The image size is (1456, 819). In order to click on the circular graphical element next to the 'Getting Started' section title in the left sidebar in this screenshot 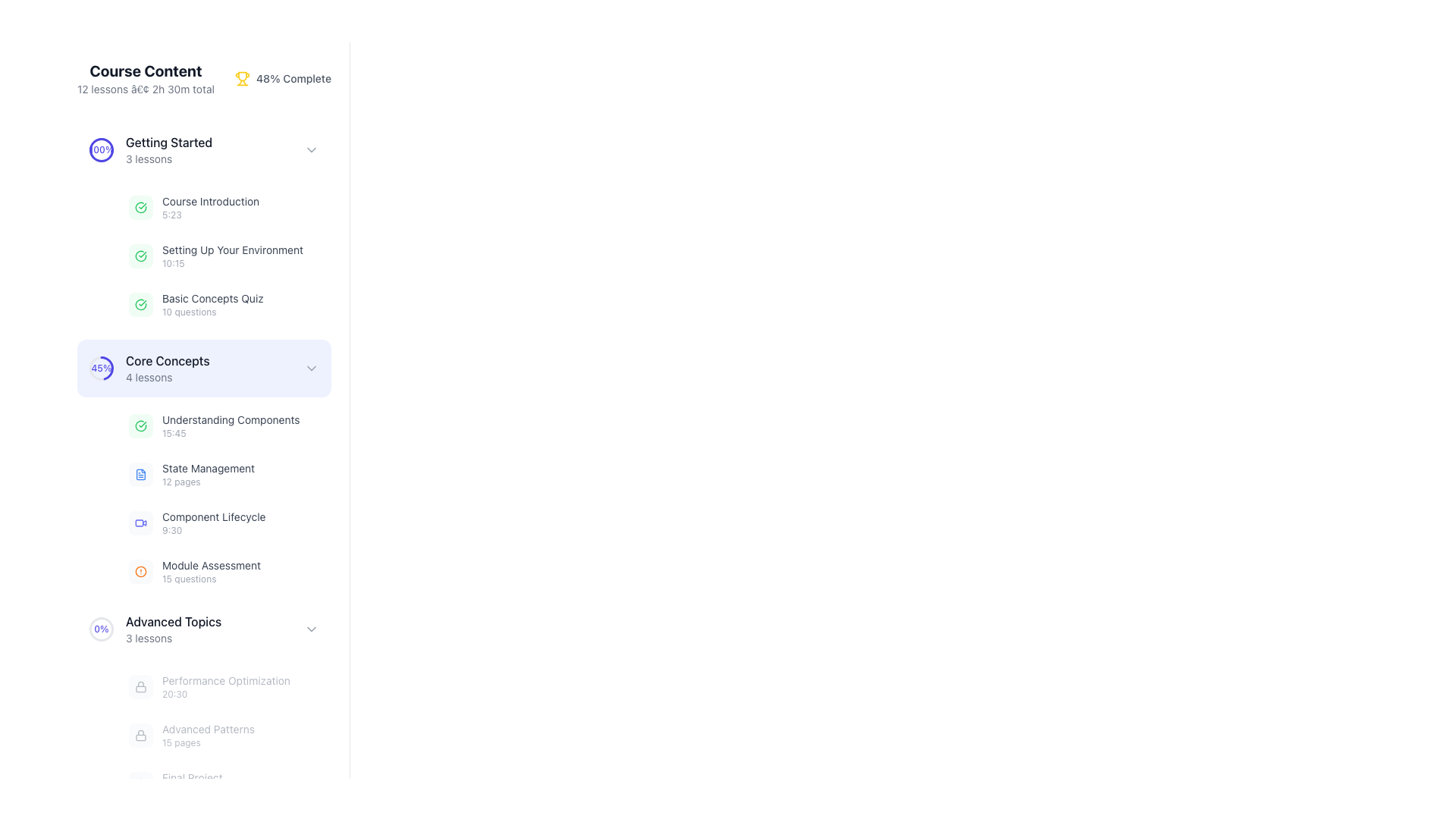, I will do `click(101, 149)`.